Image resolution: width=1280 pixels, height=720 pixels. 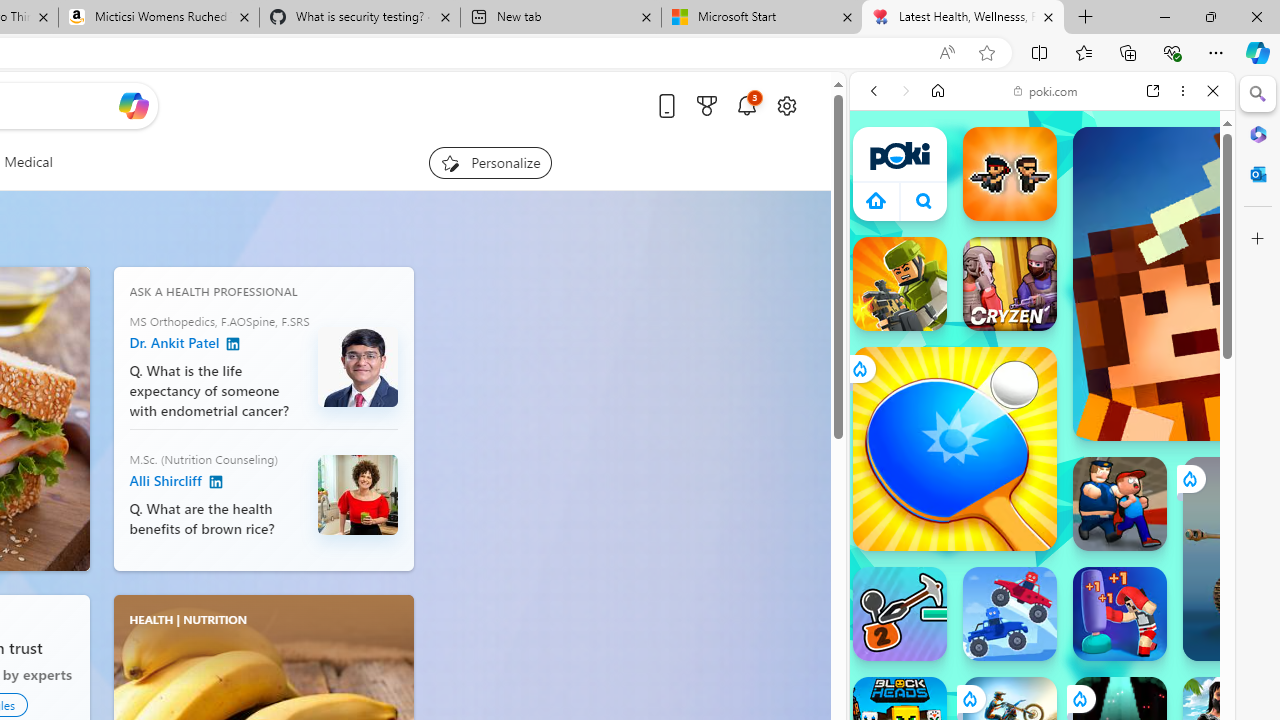 What do you see at coordinates (1041, 666) in the screenshot?
I see `'Sports Games'` at bounding box center [1041, 666].